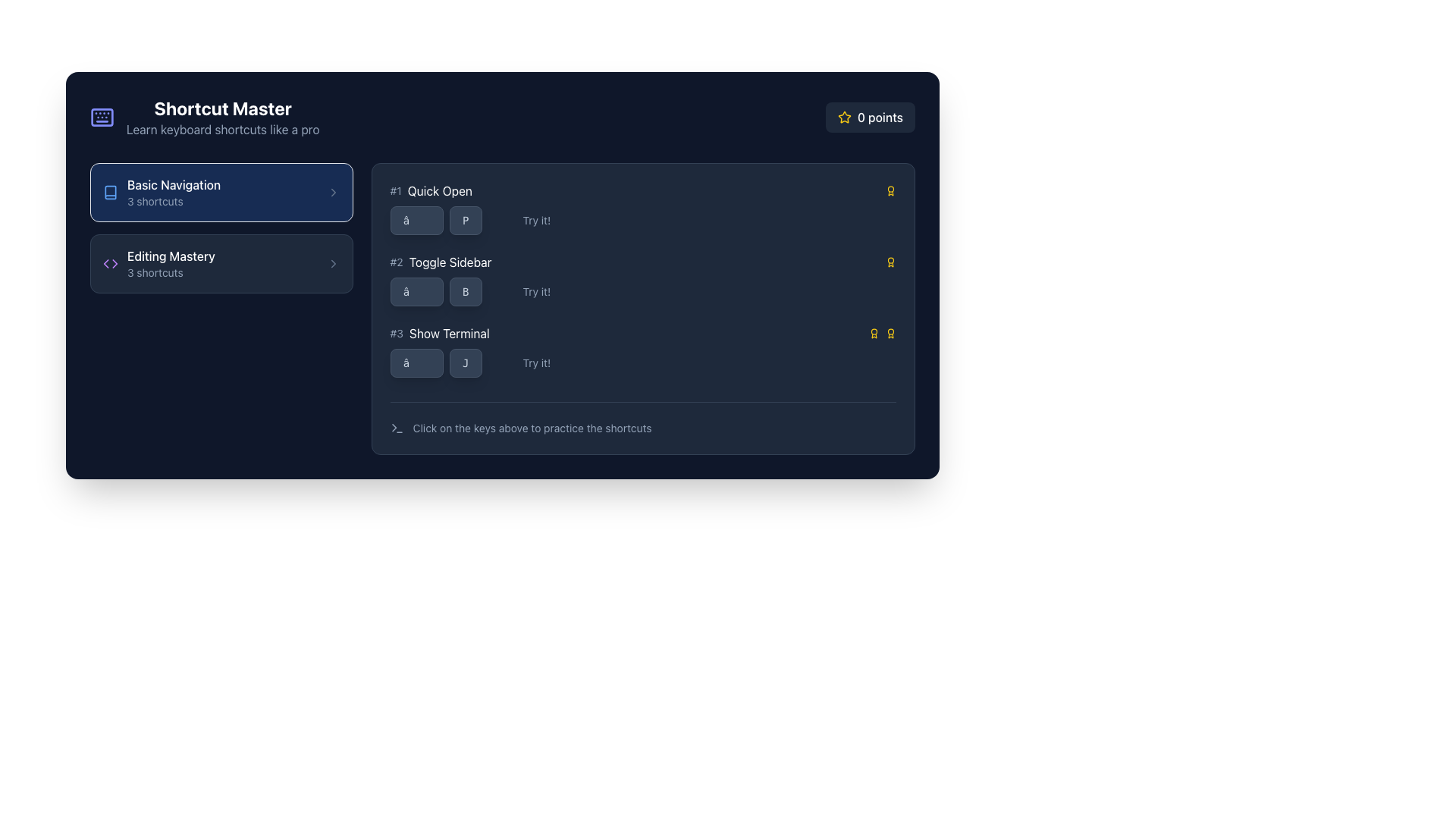  Describe the element at coordinates (643, 362) in the screenshot. I see `the 'Try it!' button in the Interactive tutorial row for the shortcut 'Show Terminal' to attempt the shortcut` at that location.